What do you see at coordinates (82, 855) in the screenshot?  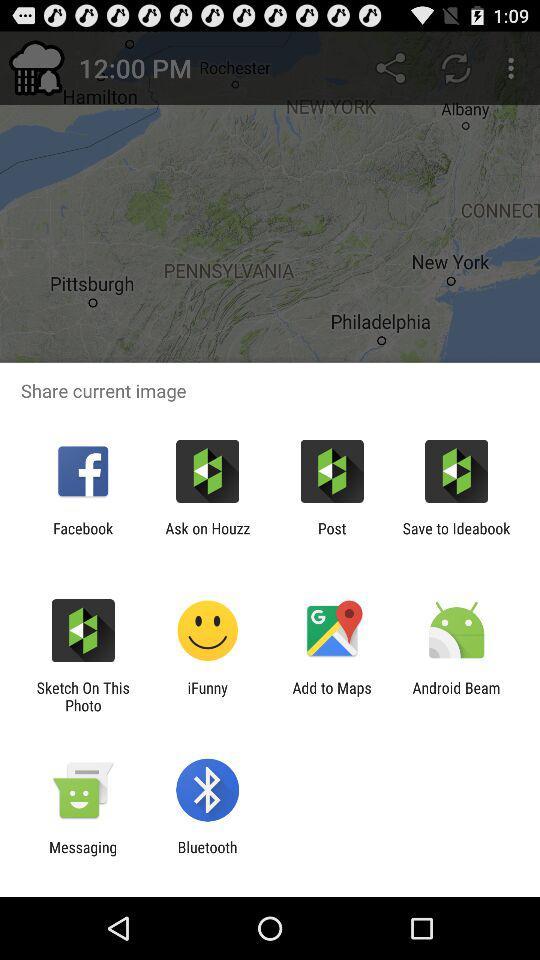 I see `the app next to bluetooth icon` at bounding box center [82, 855].